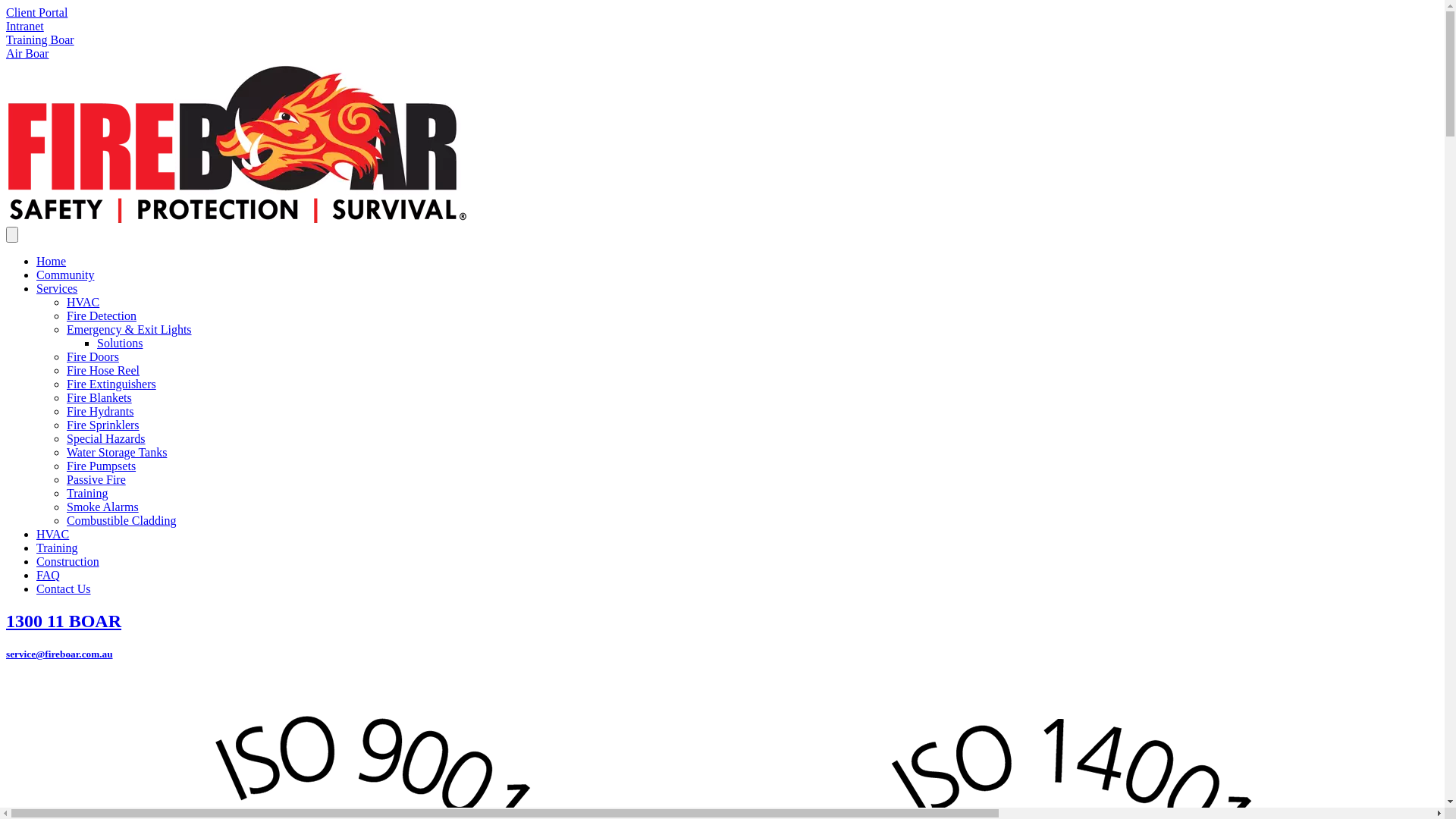 The width and height of the screenshot is (1456, 819). Describe the element at coordinates (52, 533) in the screenshot. I see `'HVAC'` at that location.